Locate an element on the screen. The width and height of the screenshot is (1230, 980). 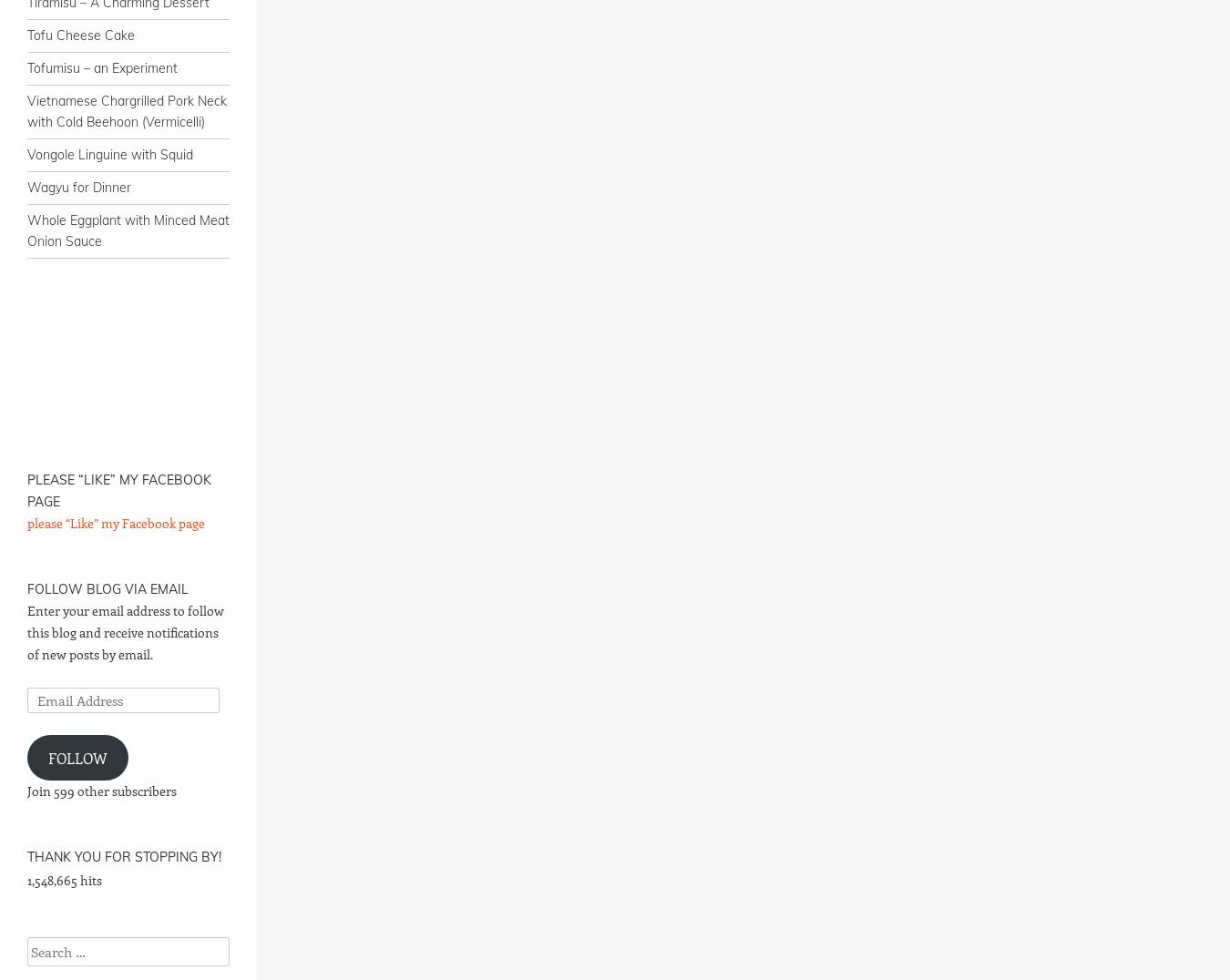
'Search' is located at coordinates (46, 947).